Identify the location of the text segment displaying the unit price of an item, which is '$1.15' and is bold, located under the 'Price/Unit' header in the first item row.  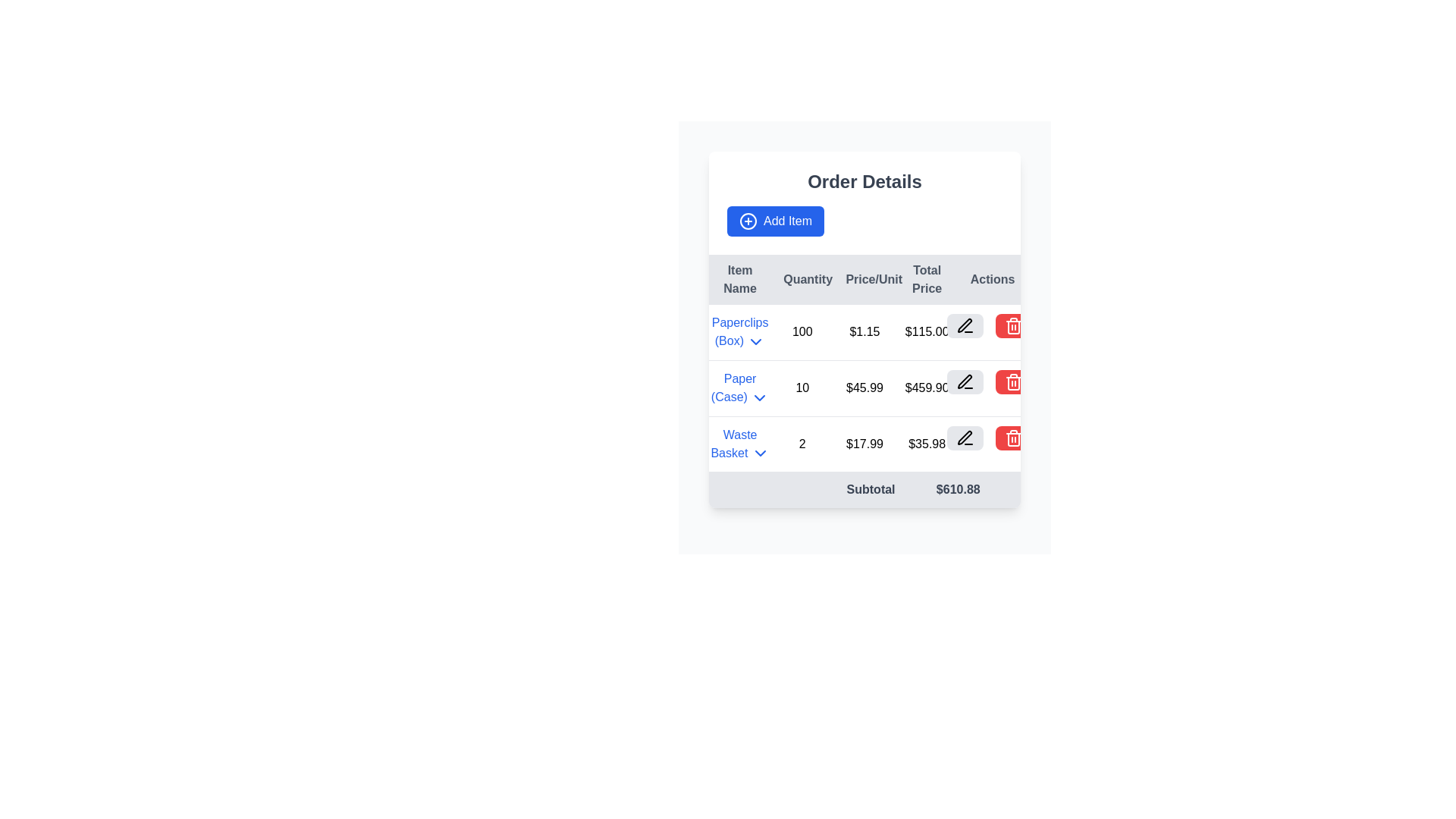
(864, 331).